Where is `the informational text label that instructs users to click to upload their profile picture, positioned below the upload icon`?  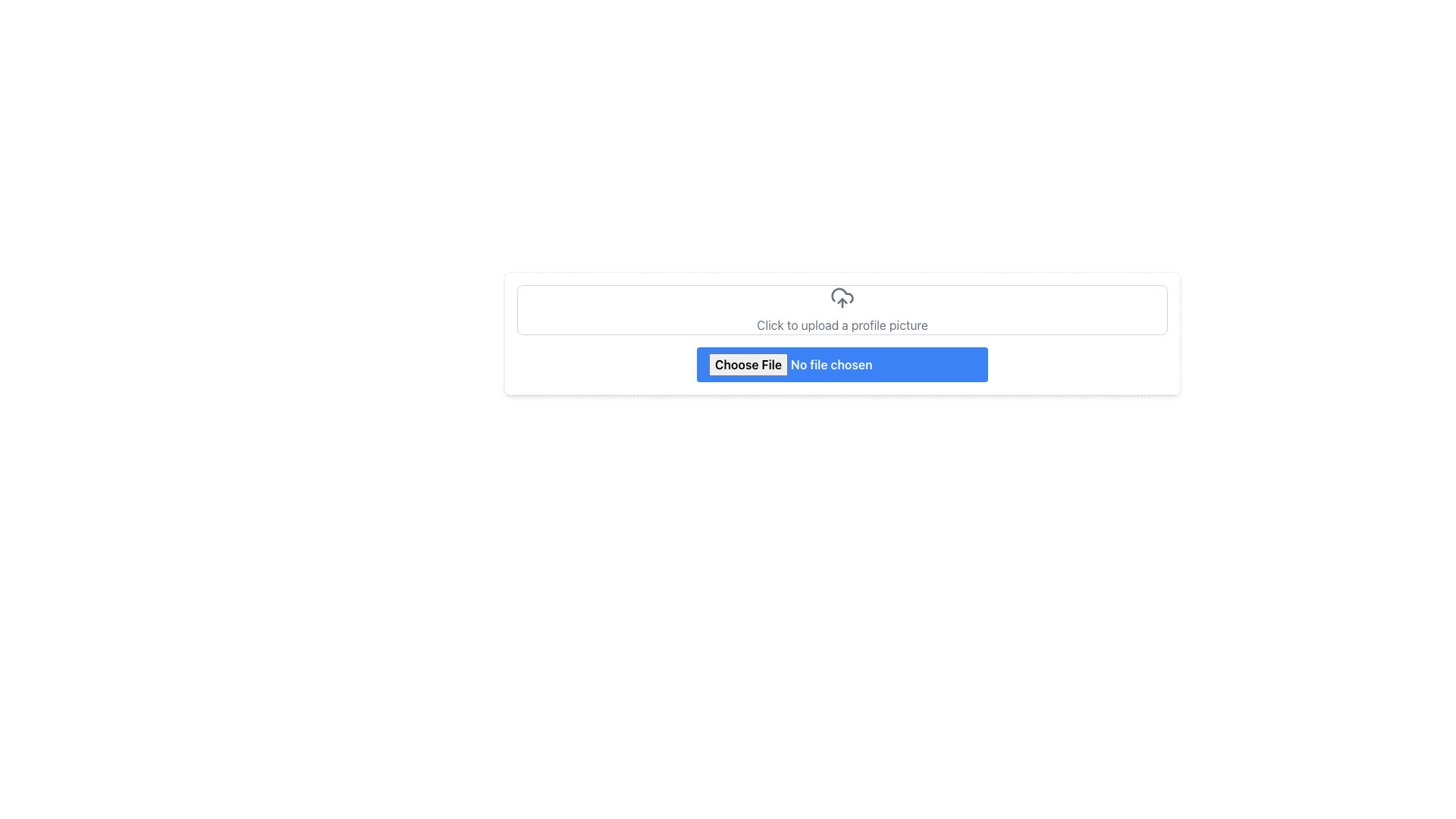 the informational text label that instructs users to click to upload their profile picture, positioned below the upload icon is located at coordinates (841, 324).